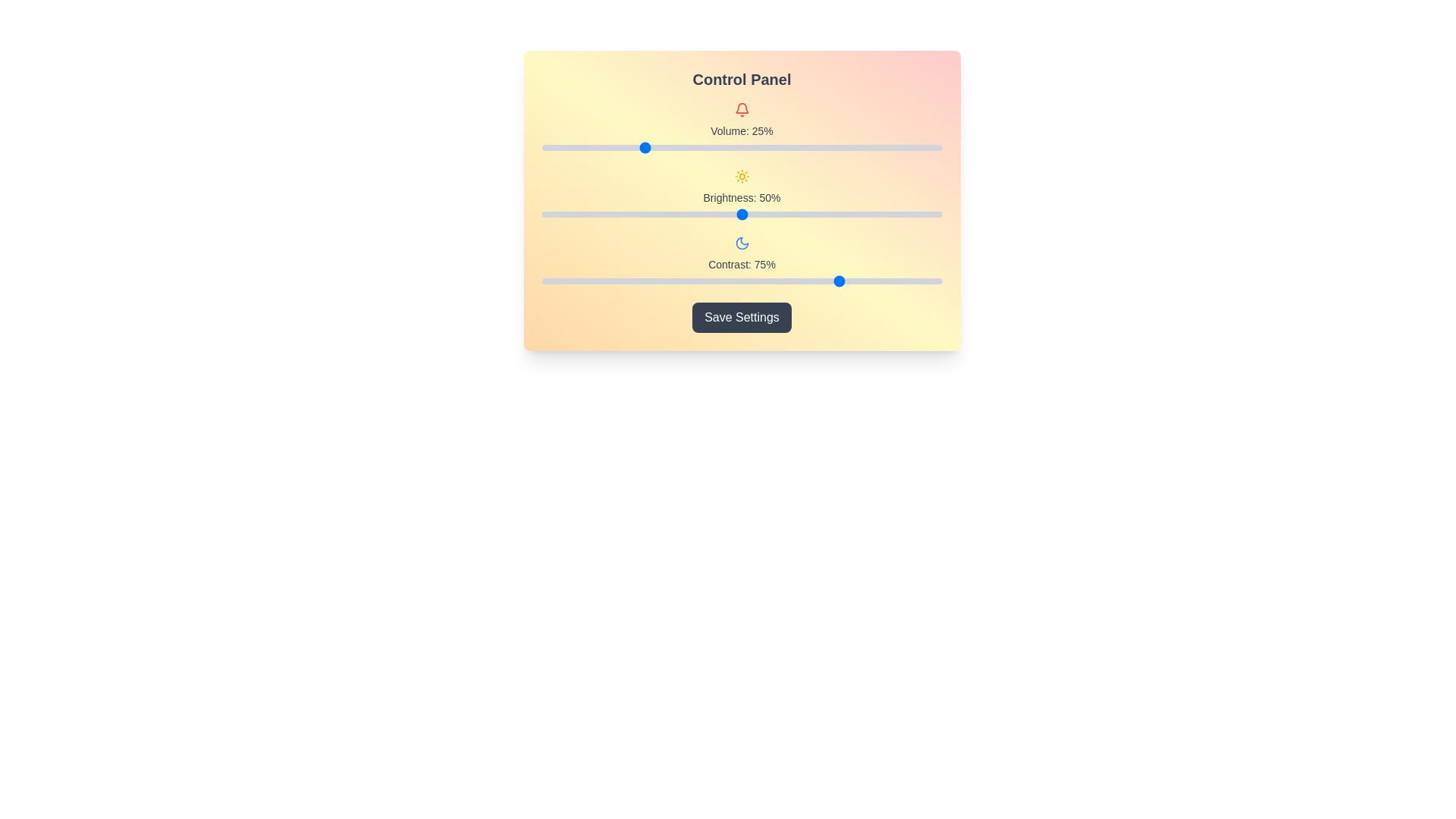 This screenshot has height=819, width=1456. Describe the element at coordinates (809, 281) in the screenshot. I see `contrast` at that location.